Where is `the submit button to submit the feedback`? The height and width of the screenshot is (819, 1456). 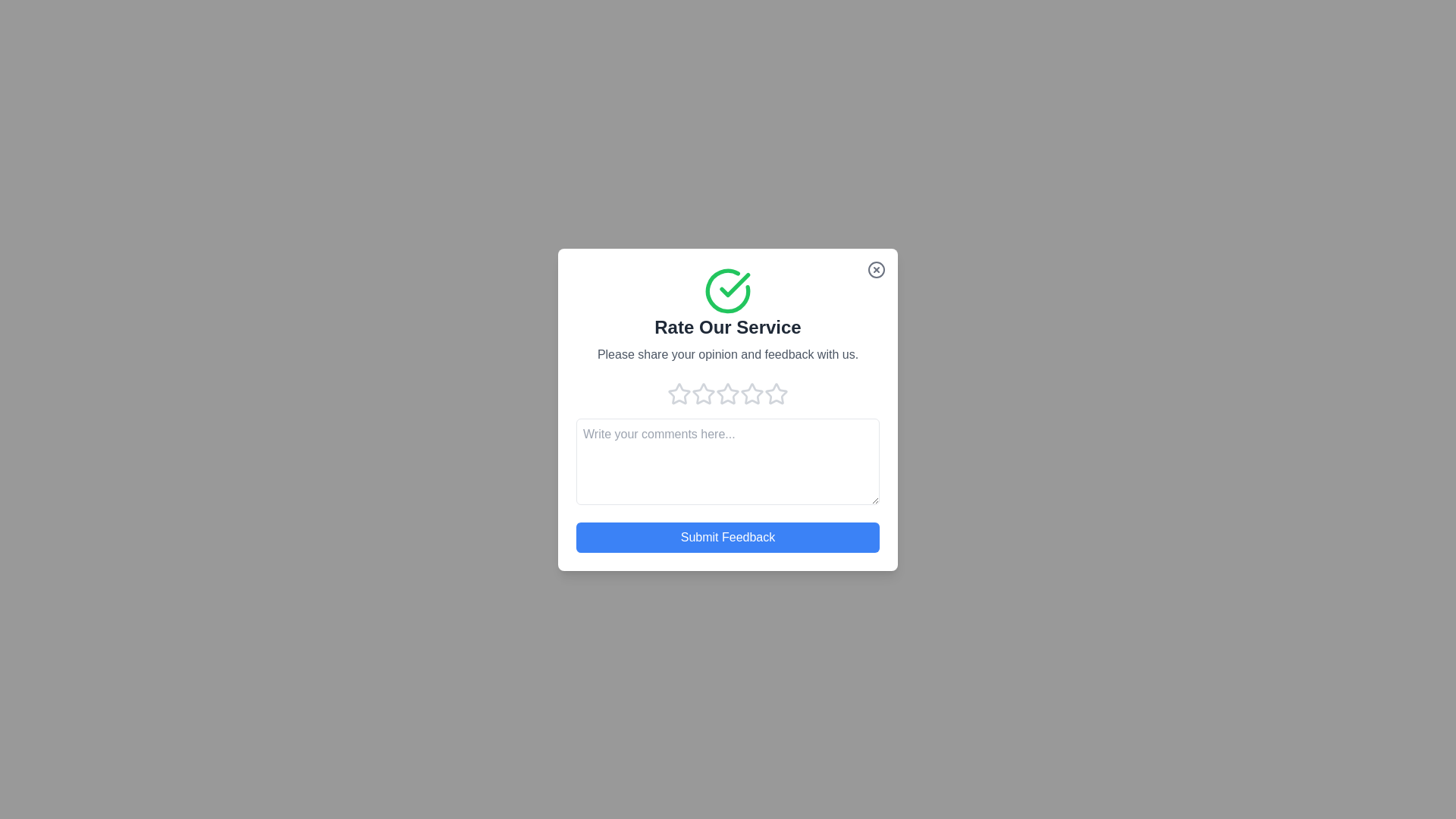 the submit button to submit the feedback is located at coordinates (728, 536).